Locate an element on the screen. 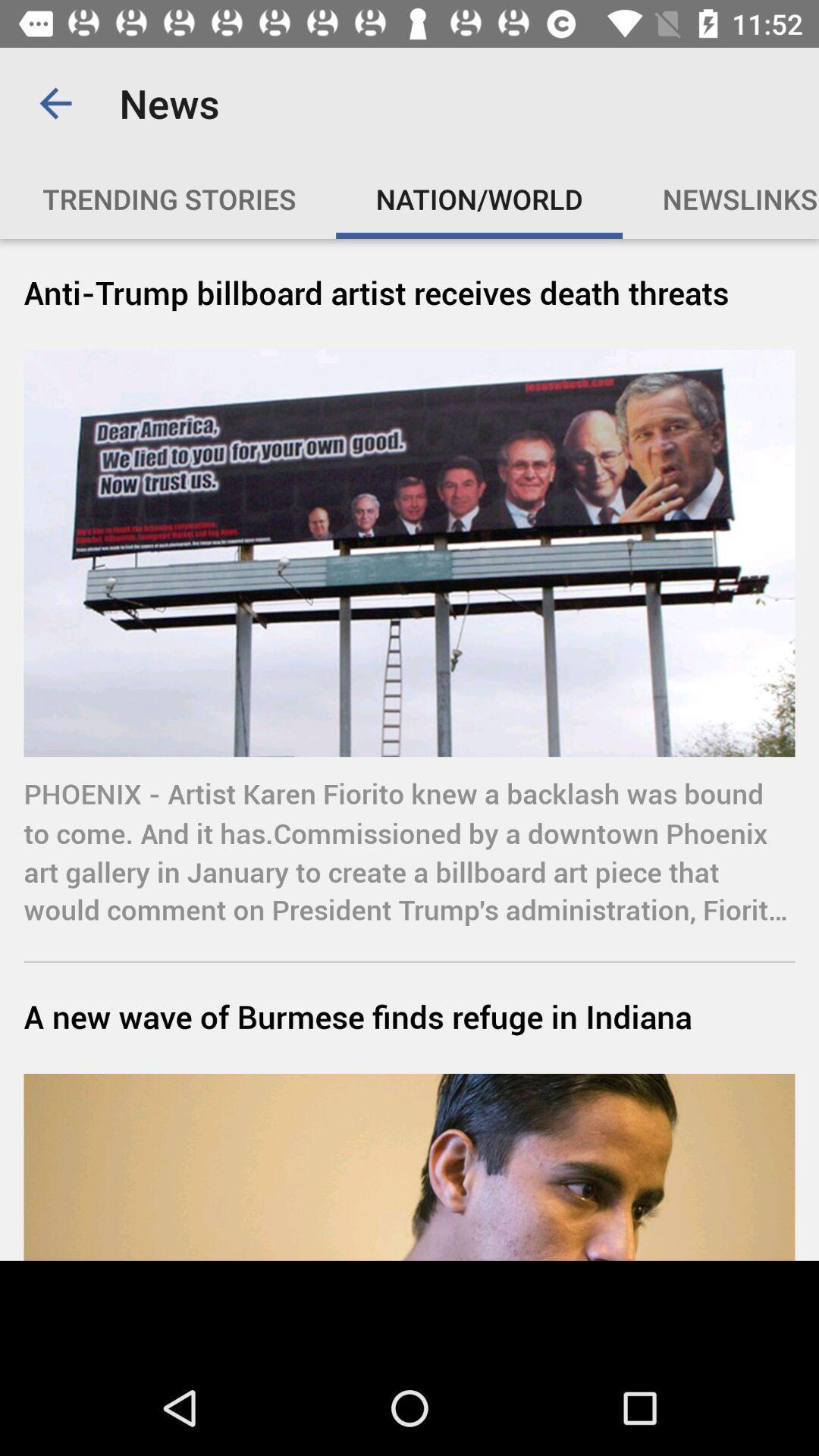 The width and height of the screenshot is (819, 1456). app to the left of the news icon is located at coordinates (55, 102).